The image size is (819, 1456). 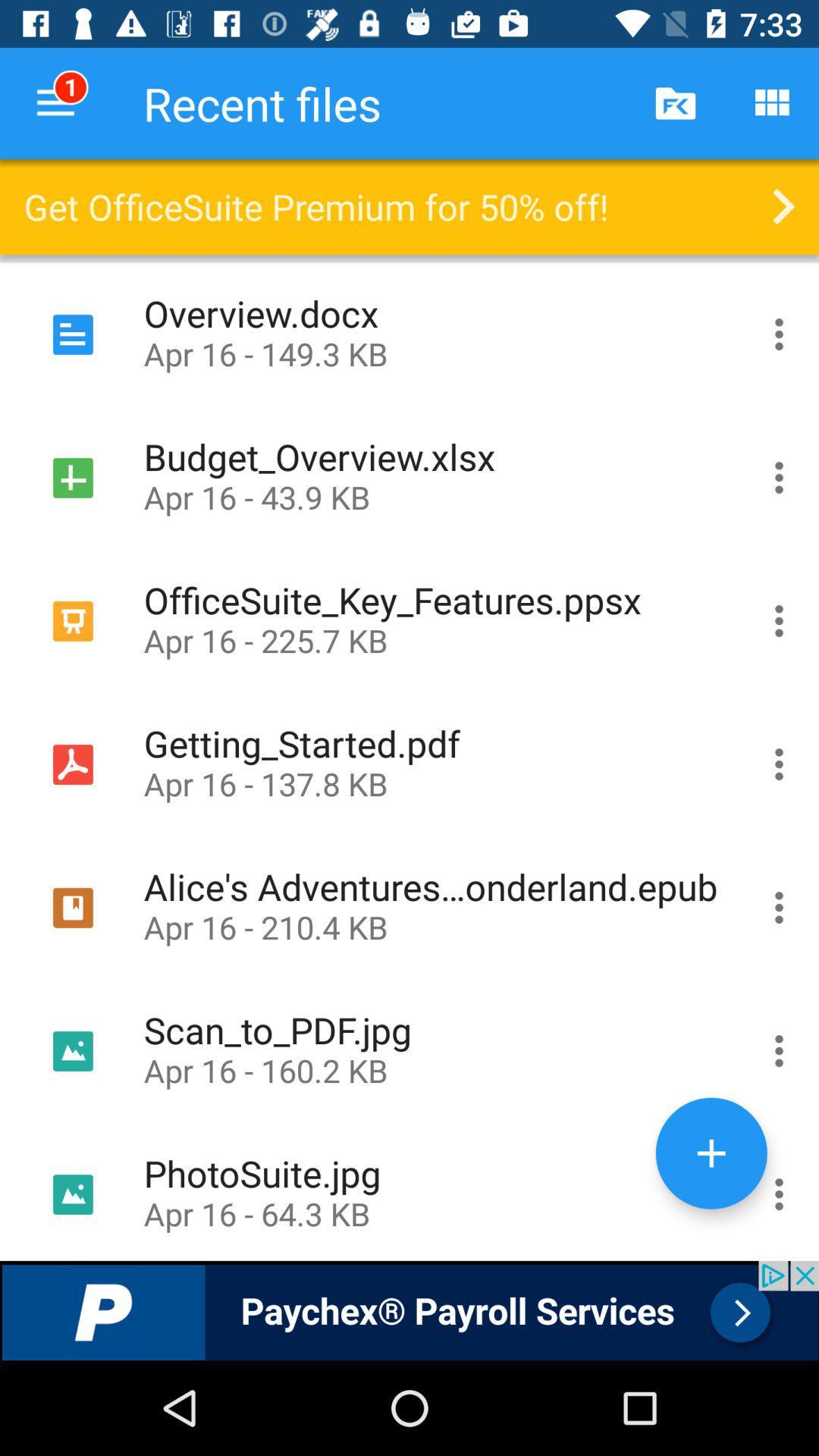 What do you see at coordinates (779, 476) in the screenshot?
I see `budget overview` at bounding box center [779, 476].